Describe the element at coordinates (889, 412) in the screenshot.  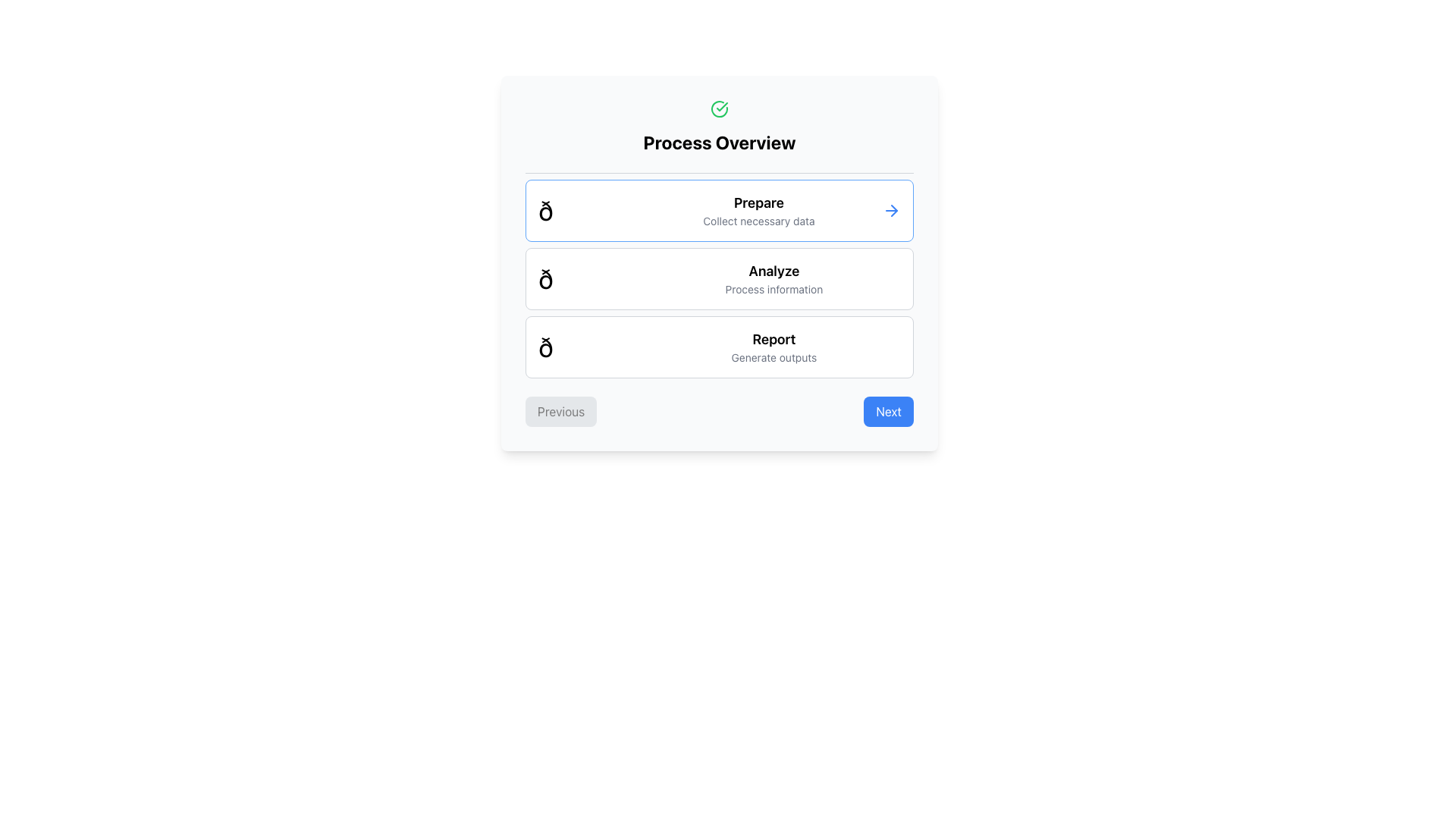
I see `the 'Next' button located at the bottom right section of the interface to visually change its state` at that location.